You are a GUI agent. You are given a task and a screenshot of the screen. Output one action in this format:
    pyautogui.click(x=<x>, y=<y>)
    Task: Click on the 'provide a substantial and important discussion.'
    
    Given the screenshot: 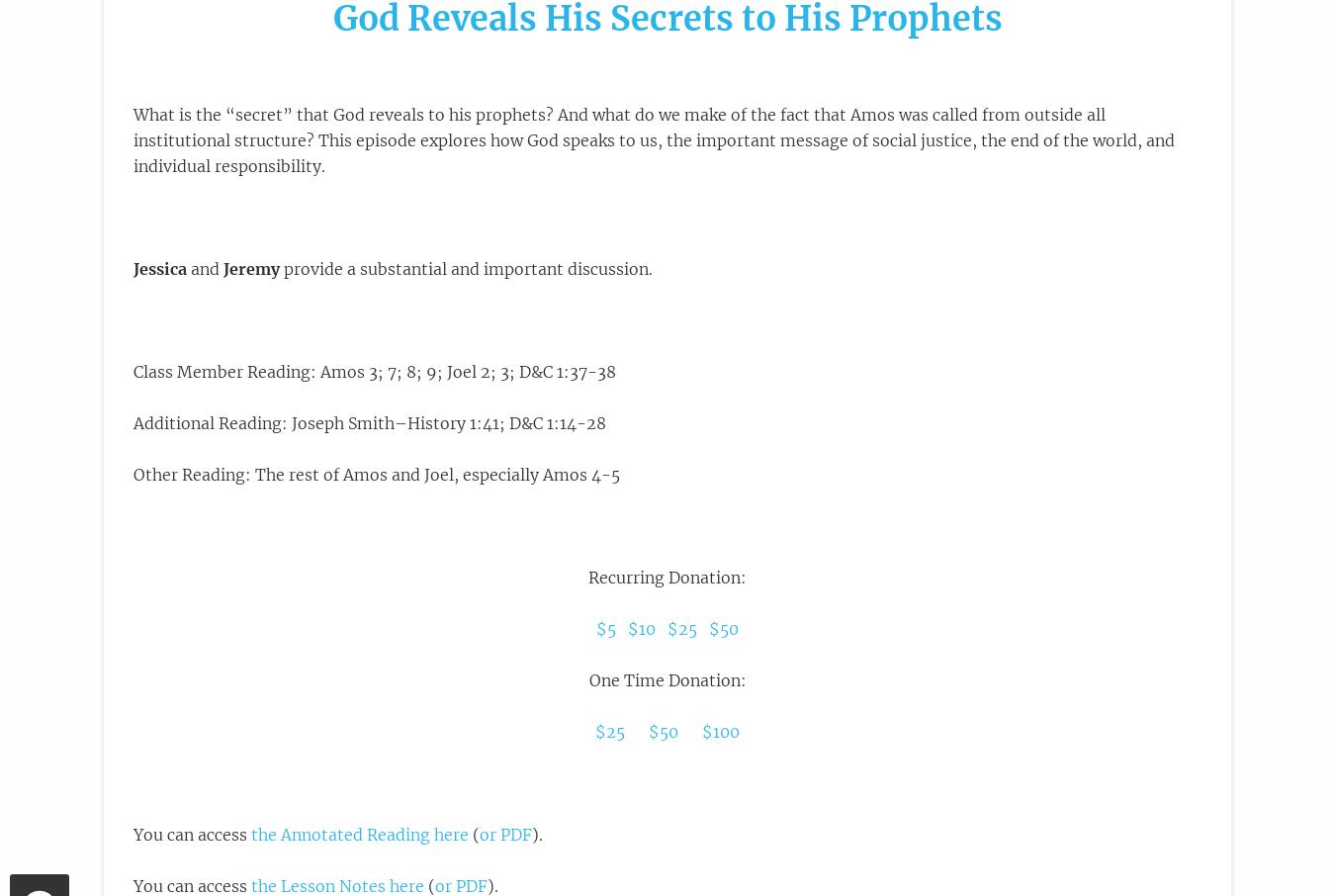 What is the action you would take?
    pyautogui.click(x=278, y=268)
    